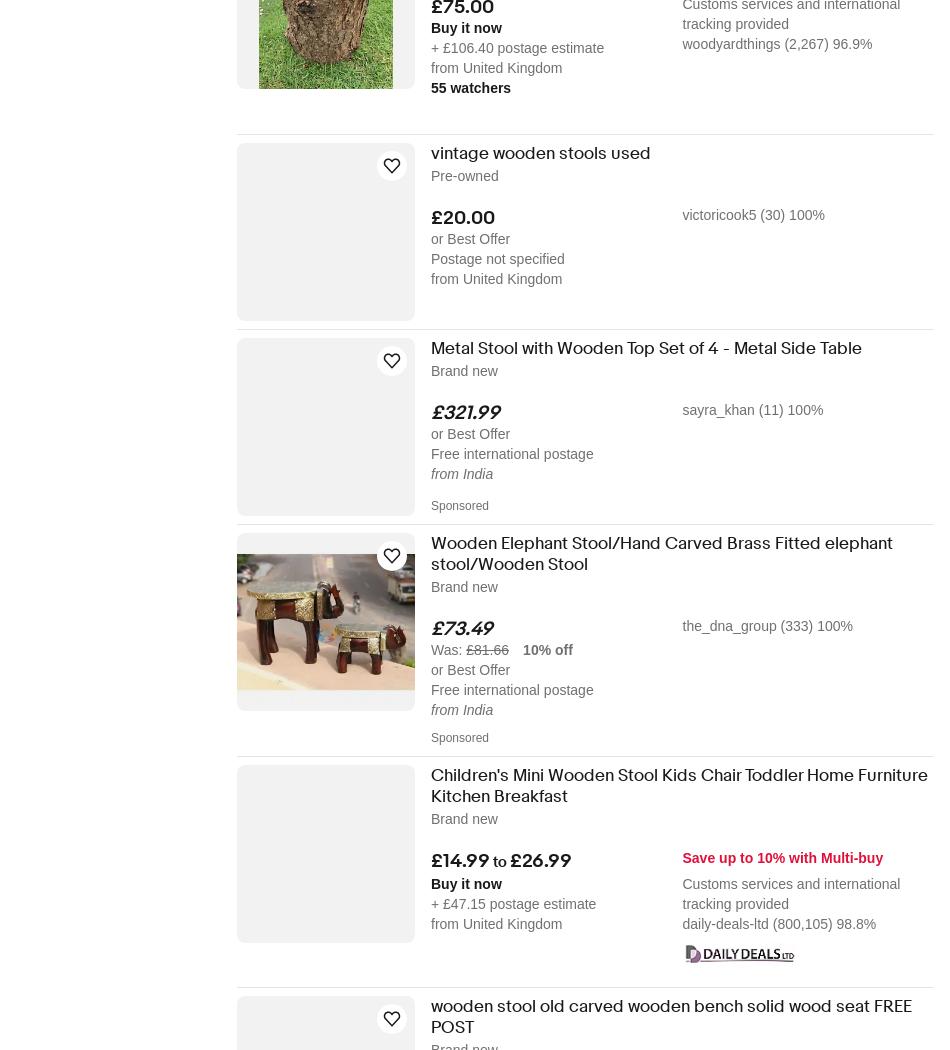 The height and width of the screenshot is (1050, 950). What do you see at coordinates (682, 892) in the screenshot?
I see `'Customs services and international tracking provided'` at bounding box center [682, 892].